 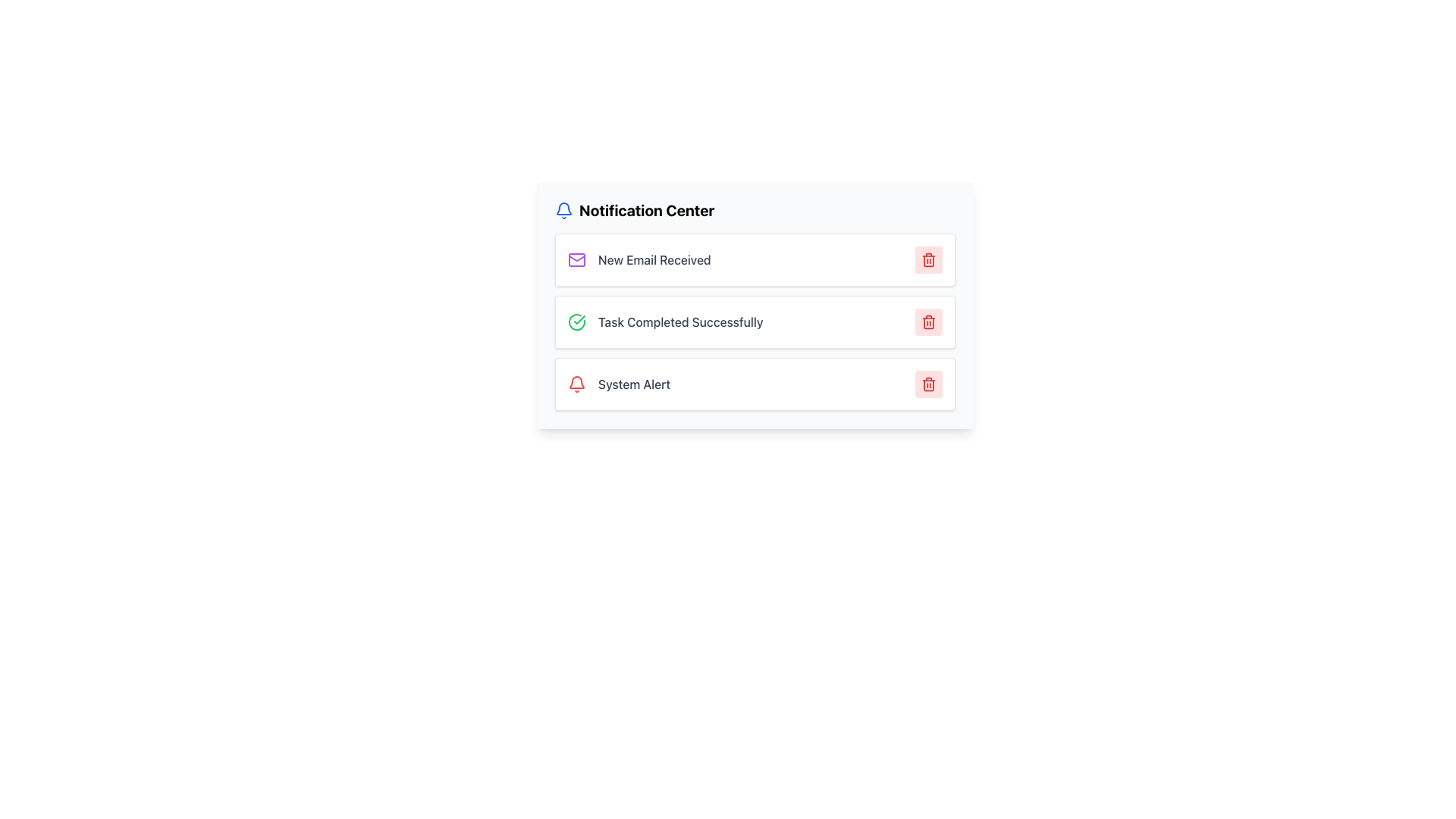 What do you see at coordinates (927, 259) in the screenshot?
I see `the delete button located at the far right side of the 'New Email Received' notification` at bounding box center [927, 259].